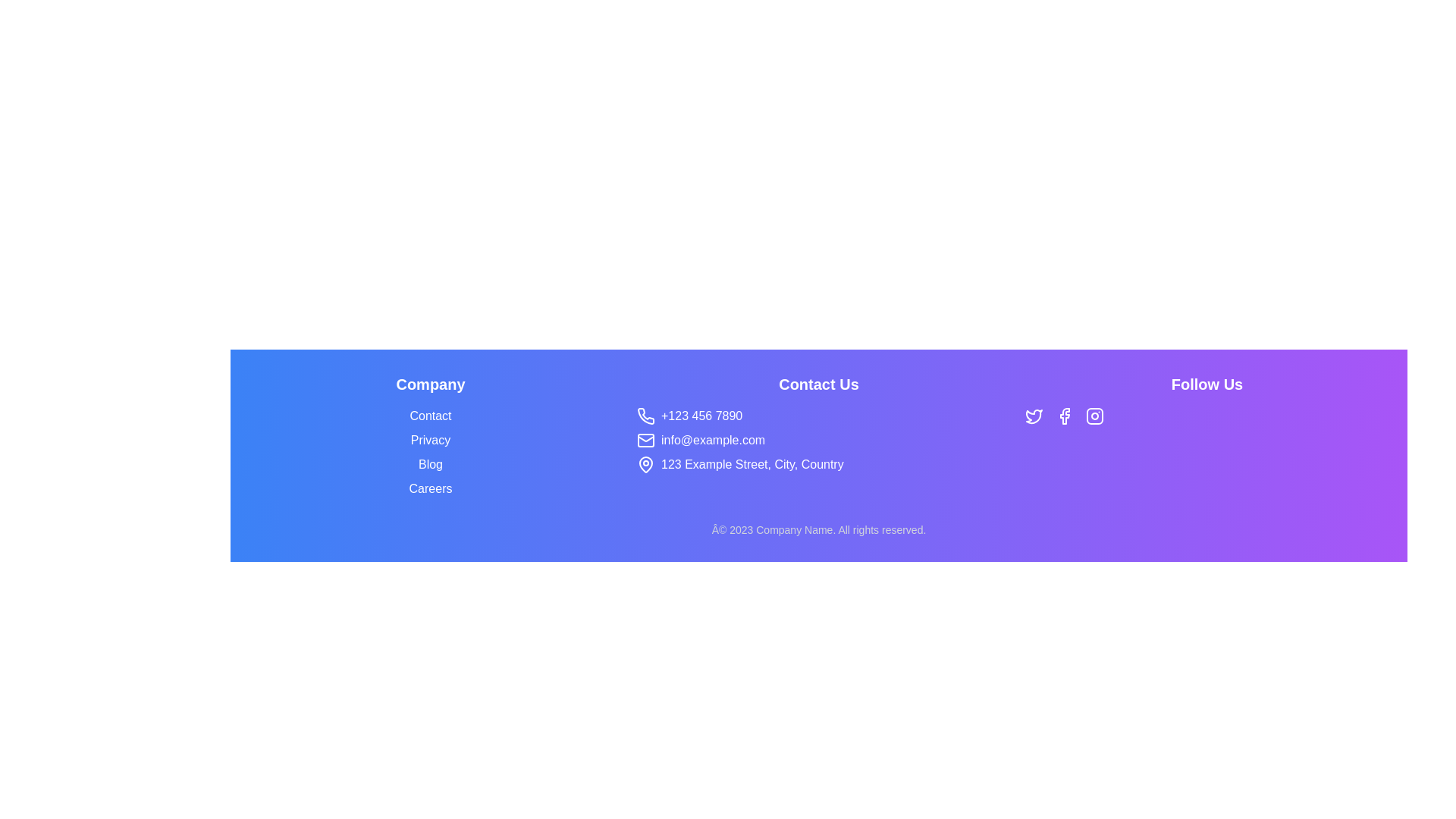 Image resolution: width=1456 pixels, height=819 pixels. Describe the element at coordinates (429, 416) in the screenshot. I see `the first hyperlink under the 'Company' heading` at that location.